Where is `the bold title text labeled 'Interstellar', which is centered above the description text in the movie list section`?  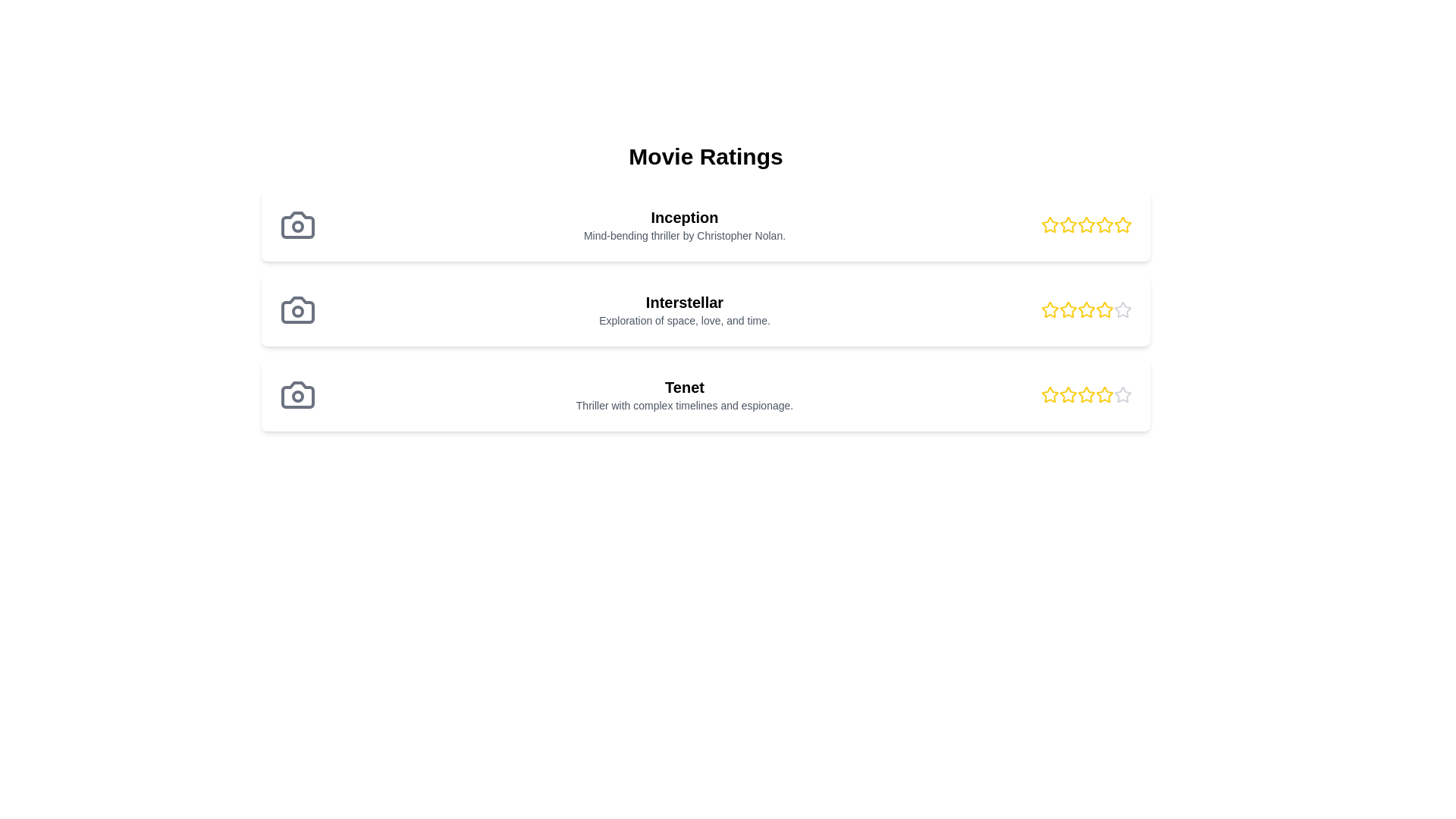
the bold title text labeled 'Interstellar', which is centered above the description text in the movie list section is located at coordinates (683, 302).